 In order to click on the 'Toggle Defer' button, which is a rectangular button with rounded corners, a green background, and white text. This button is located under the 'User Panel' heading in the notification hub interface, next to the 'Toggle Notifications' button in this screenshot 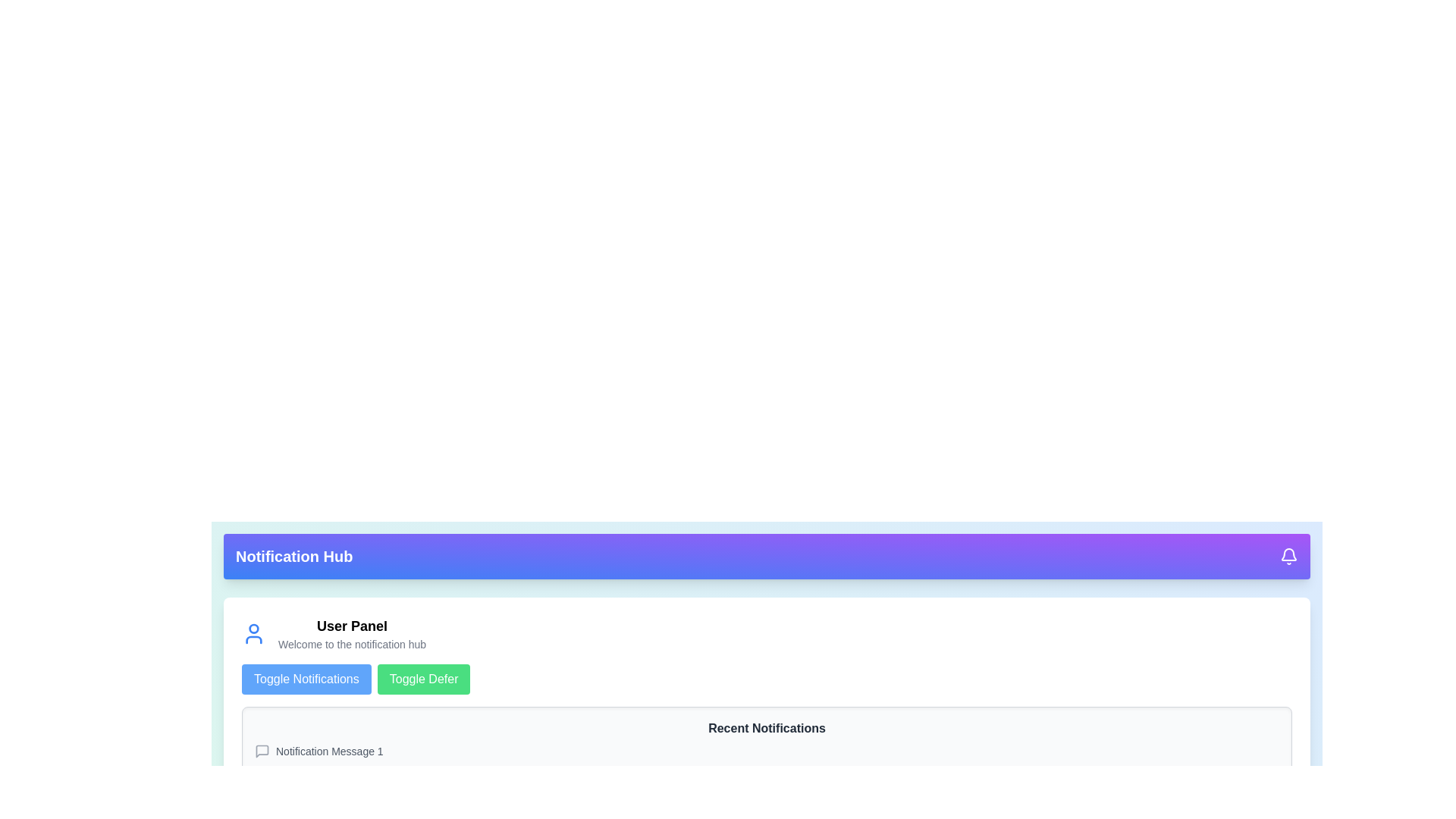, I will do `click(424, 678)`.